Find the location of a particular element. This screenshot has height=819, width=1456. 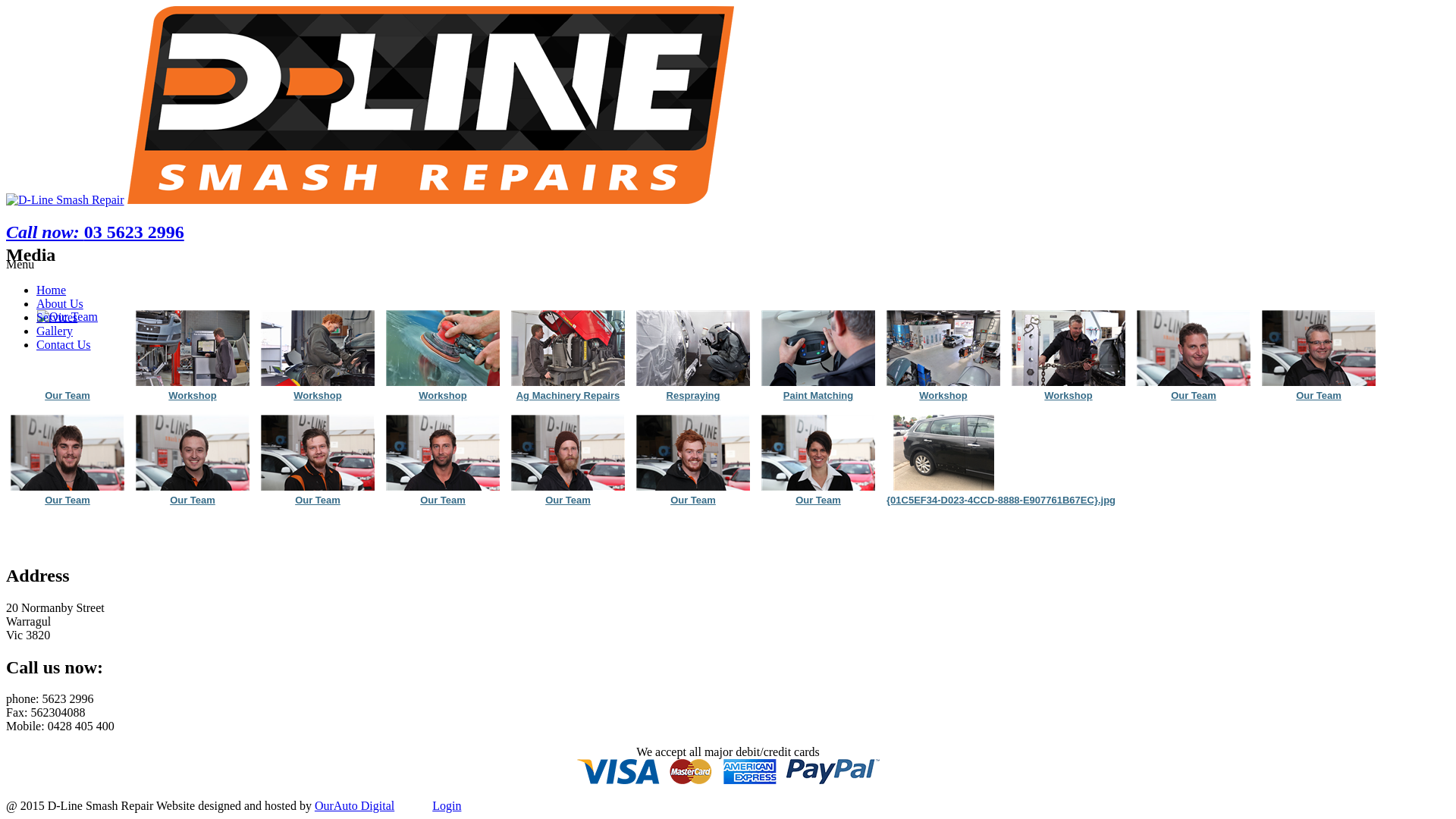

'Our Team' is located at coordinates (67, 394).